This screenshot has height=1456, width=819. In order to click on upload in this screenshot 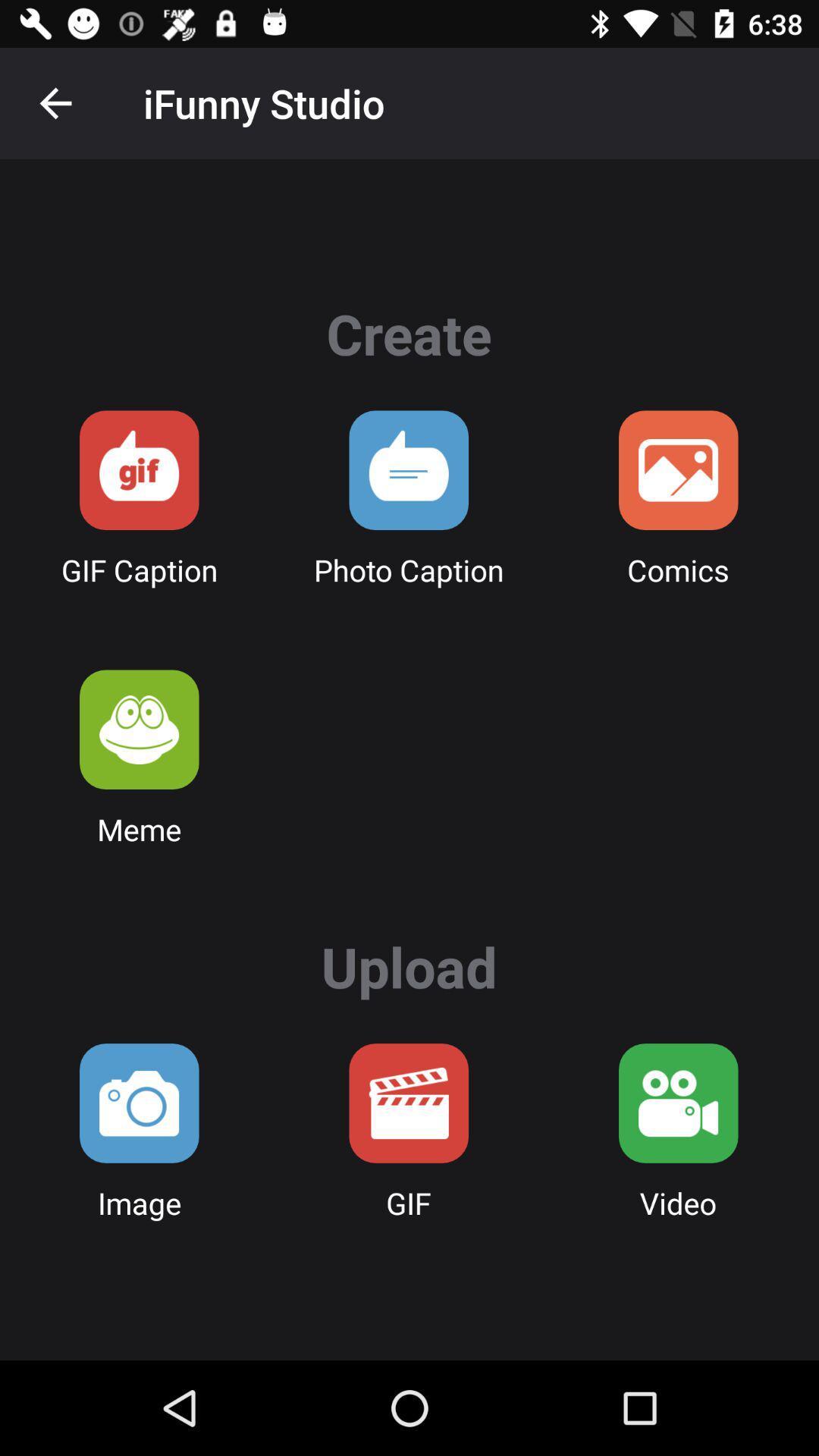, I will do `click(408, 1103)`.